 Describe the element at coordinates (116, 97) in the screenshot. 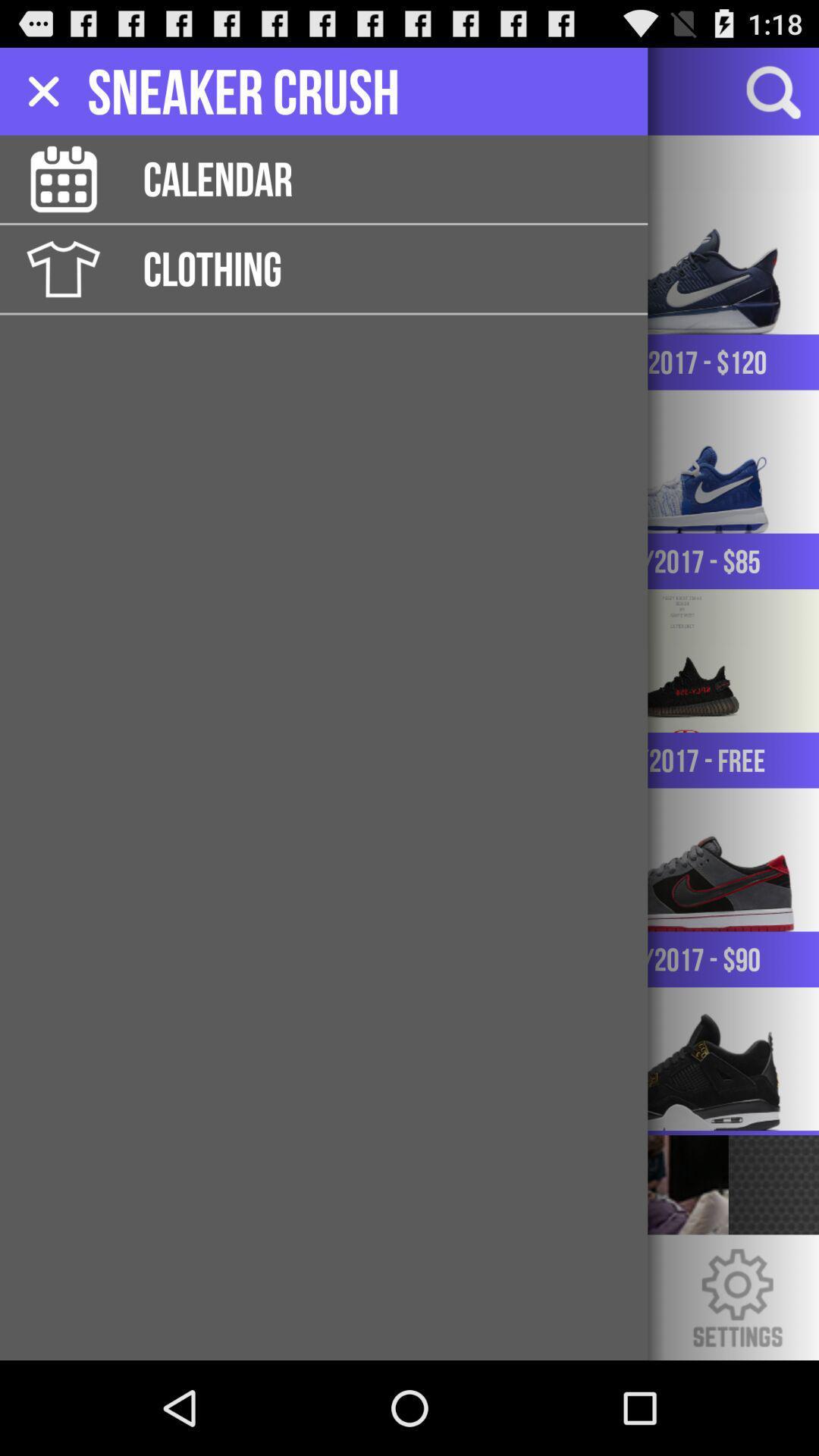

I see `the sliders icon` at that location.